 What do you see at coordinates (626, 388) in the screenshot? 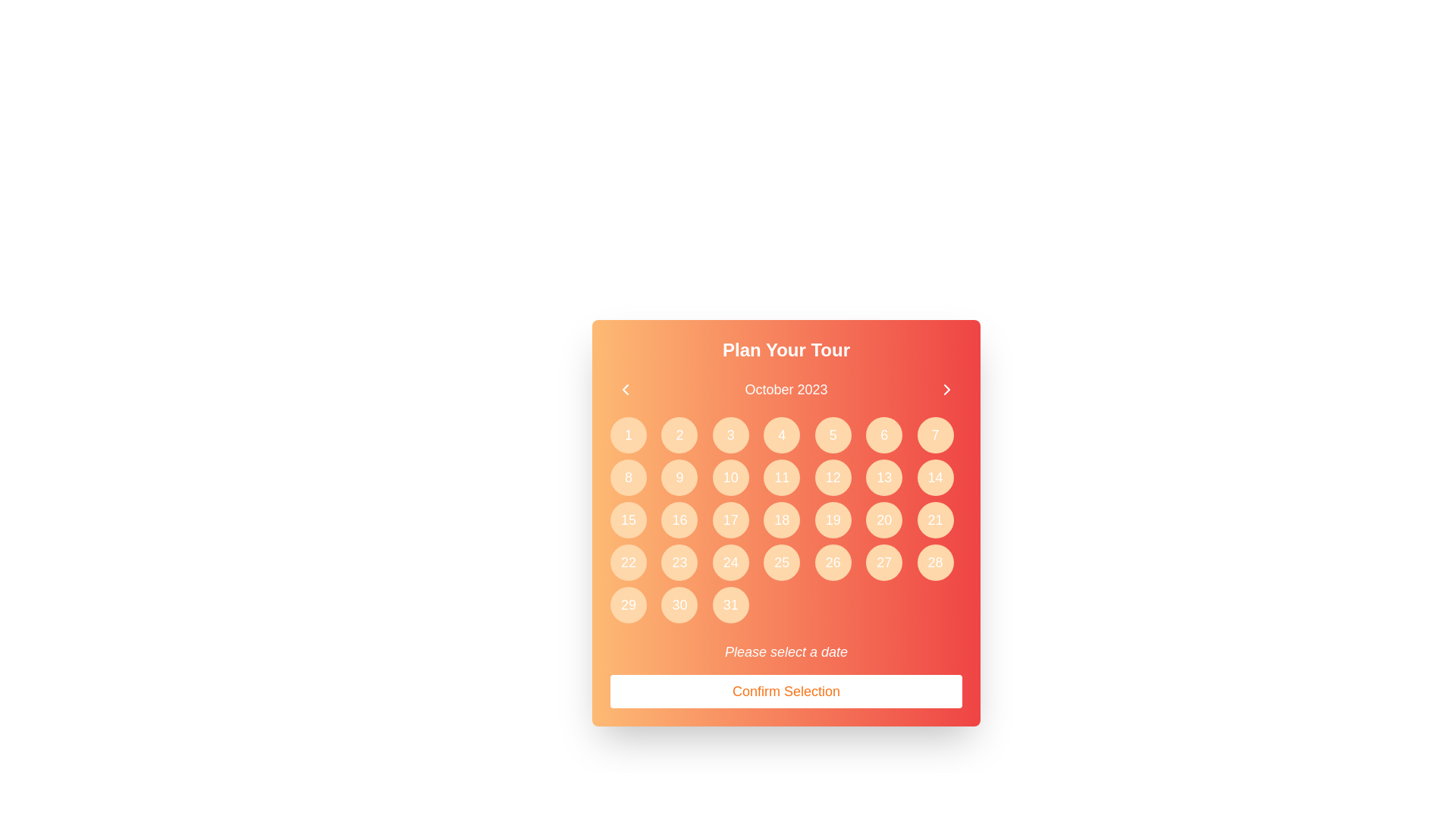
I see `the left-facing chevron button located in the top-left corner of the card interface, adjacent to the title 'Plan Your Tour'` at bounding box center [626, 388].